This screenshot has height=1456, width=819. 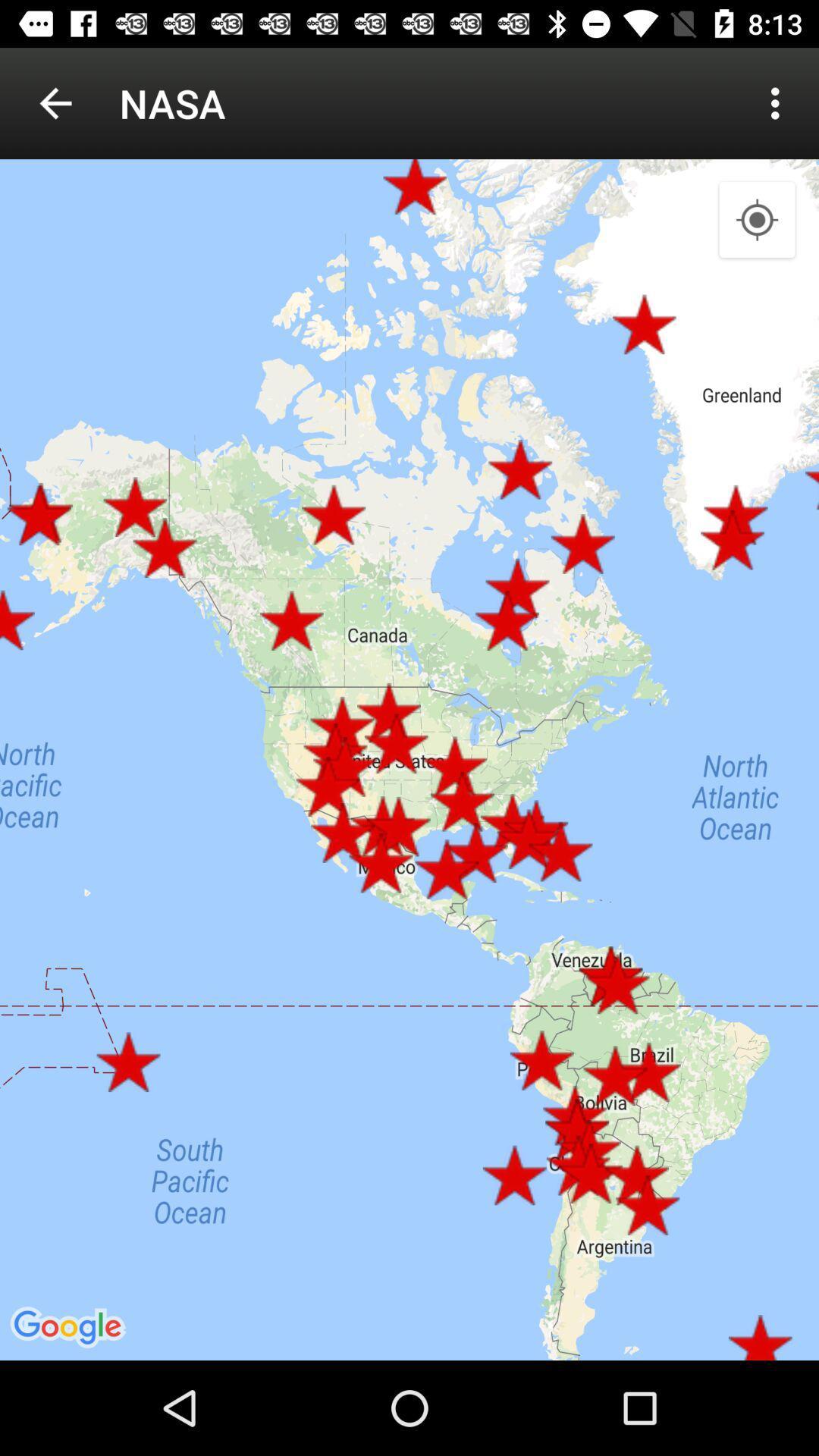 What do you see at coordinates (779, 102) in the screenshot?
I see `item to the right of nasa` at bounding box center [779, 102].